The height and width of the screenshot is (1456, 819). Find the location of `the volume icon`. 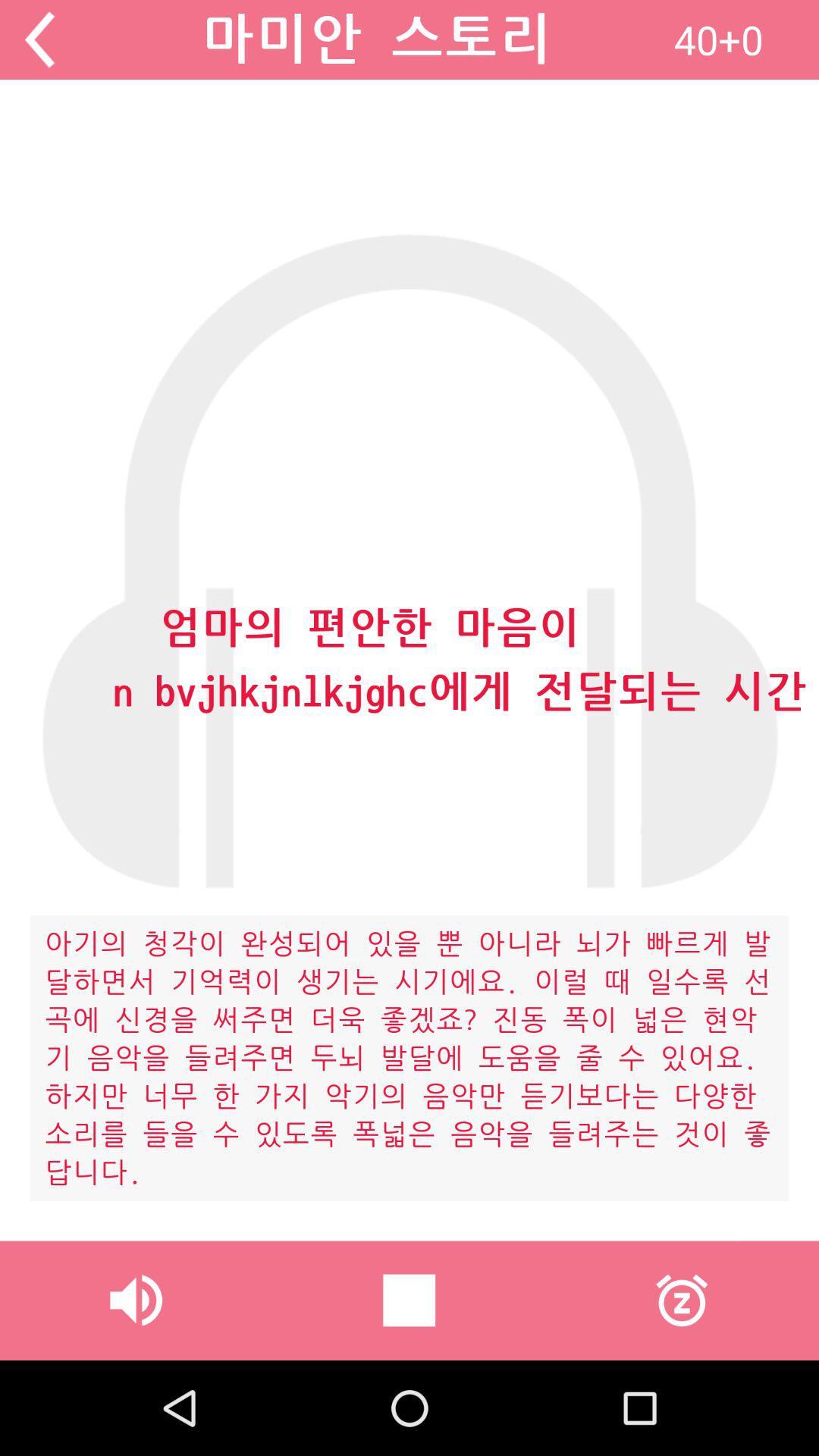

the volume icon is located at coordinates (135, 1392).